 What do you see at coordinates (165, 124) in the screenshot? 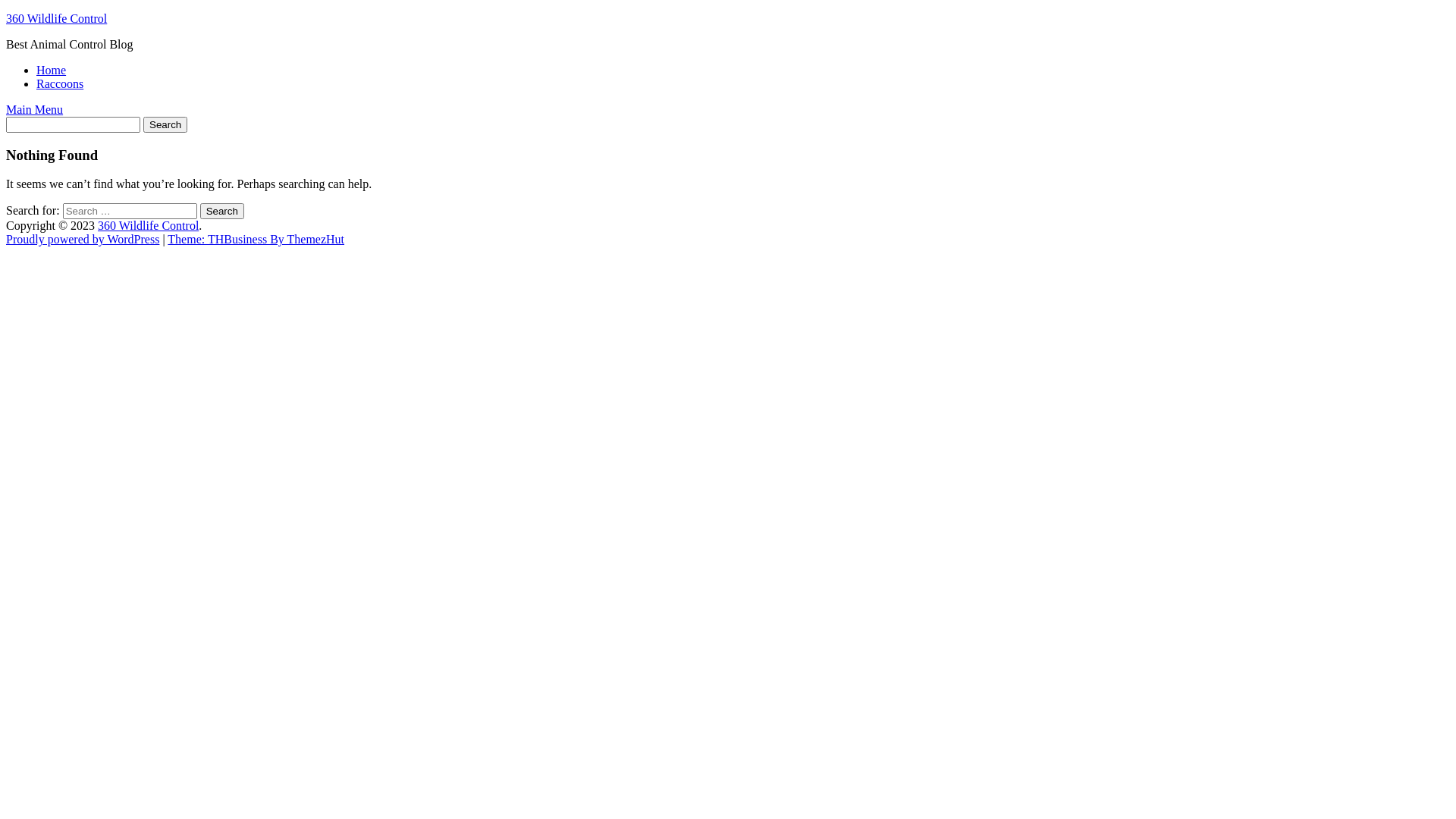
I see `'Search'` at bounding box center [165, 124].